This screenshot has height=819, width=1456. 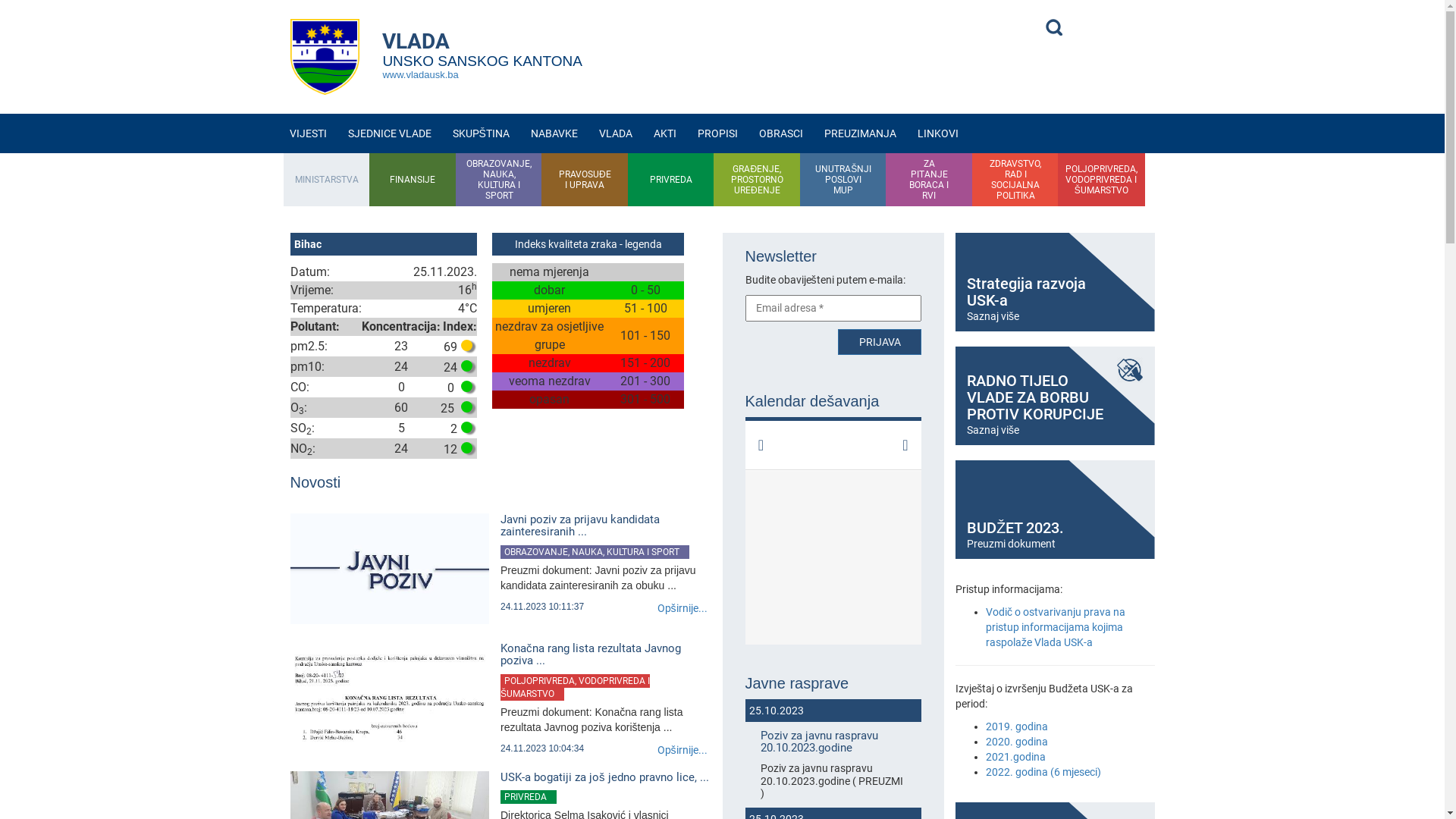 What do you see at coordinates (520, 133) in the screenshot?
I see `'NABAVKE'` at bounding box center [520, 133].